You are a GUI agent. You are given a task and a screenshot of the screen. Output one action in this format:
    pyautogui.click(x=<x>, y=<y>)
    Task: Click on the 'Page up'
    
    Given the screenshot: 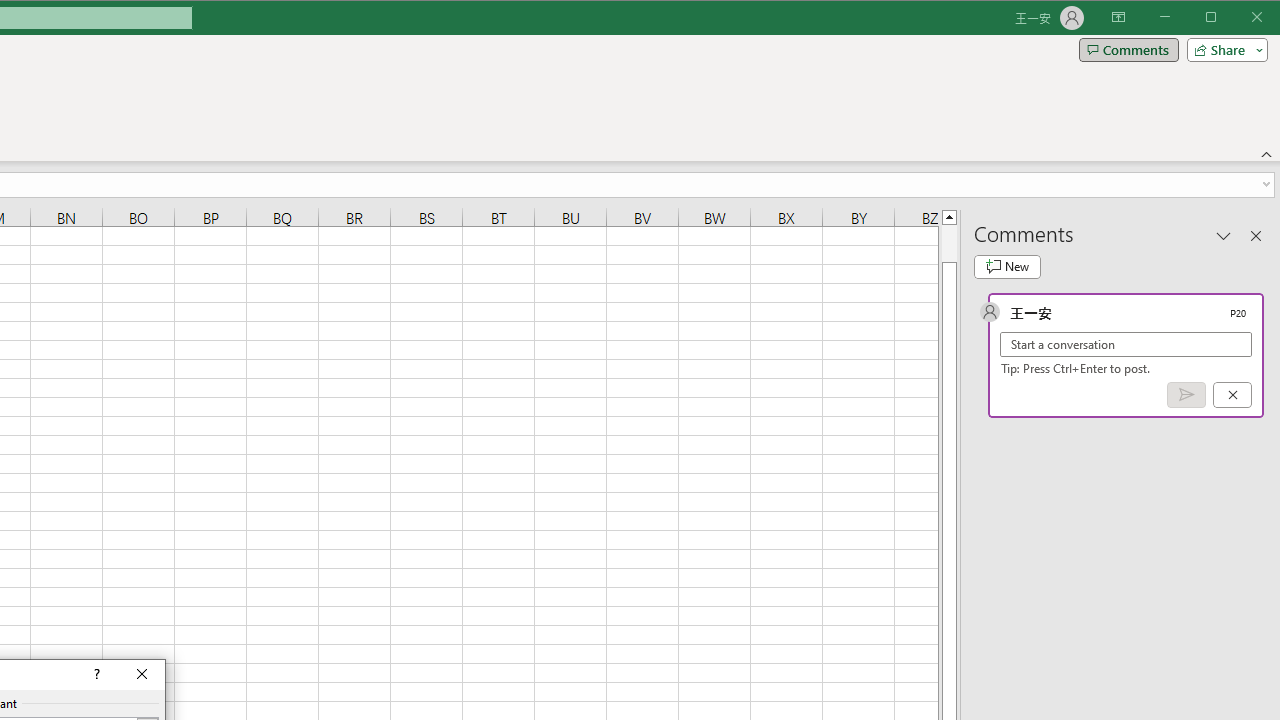 What is the action you would take?
    pyautogui.click(x=948, y=242)
    